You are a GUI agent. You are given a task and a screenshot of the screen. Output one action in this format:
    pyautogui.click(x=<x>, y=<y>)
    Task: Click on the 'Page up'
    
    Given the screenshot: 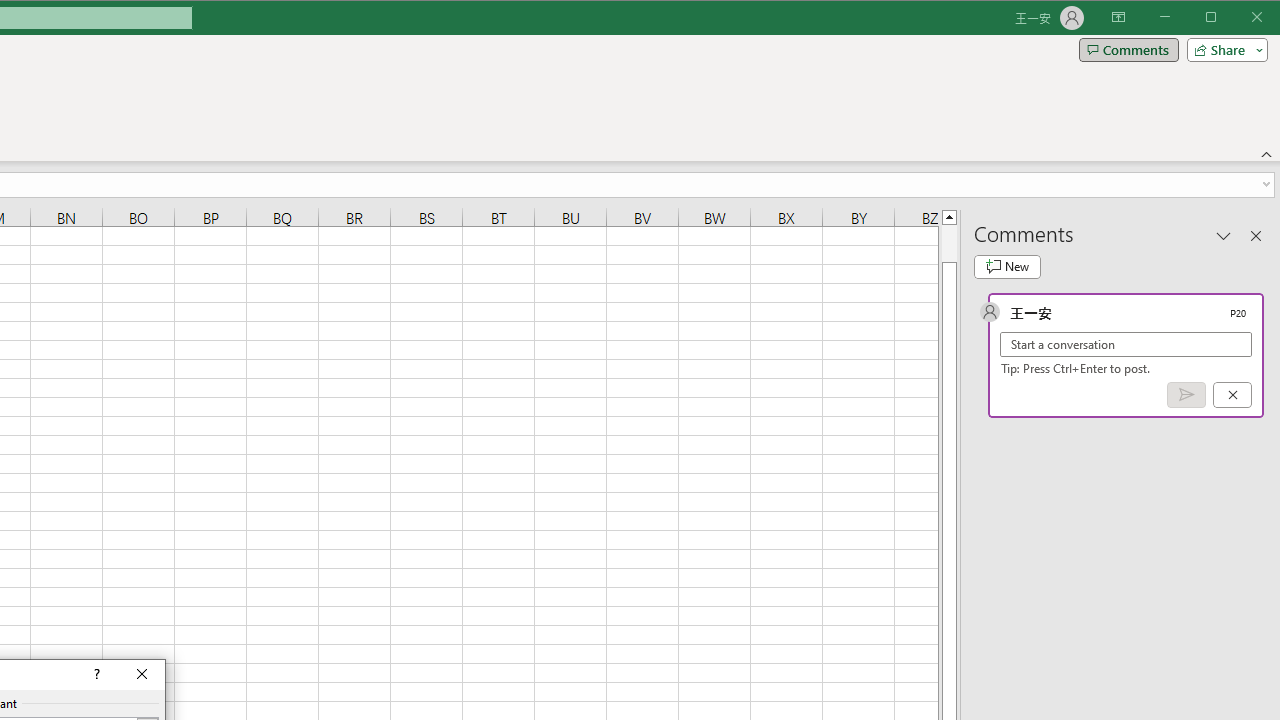 What is the action you would take?
    pyautogui.click(x=948, y=242)
    